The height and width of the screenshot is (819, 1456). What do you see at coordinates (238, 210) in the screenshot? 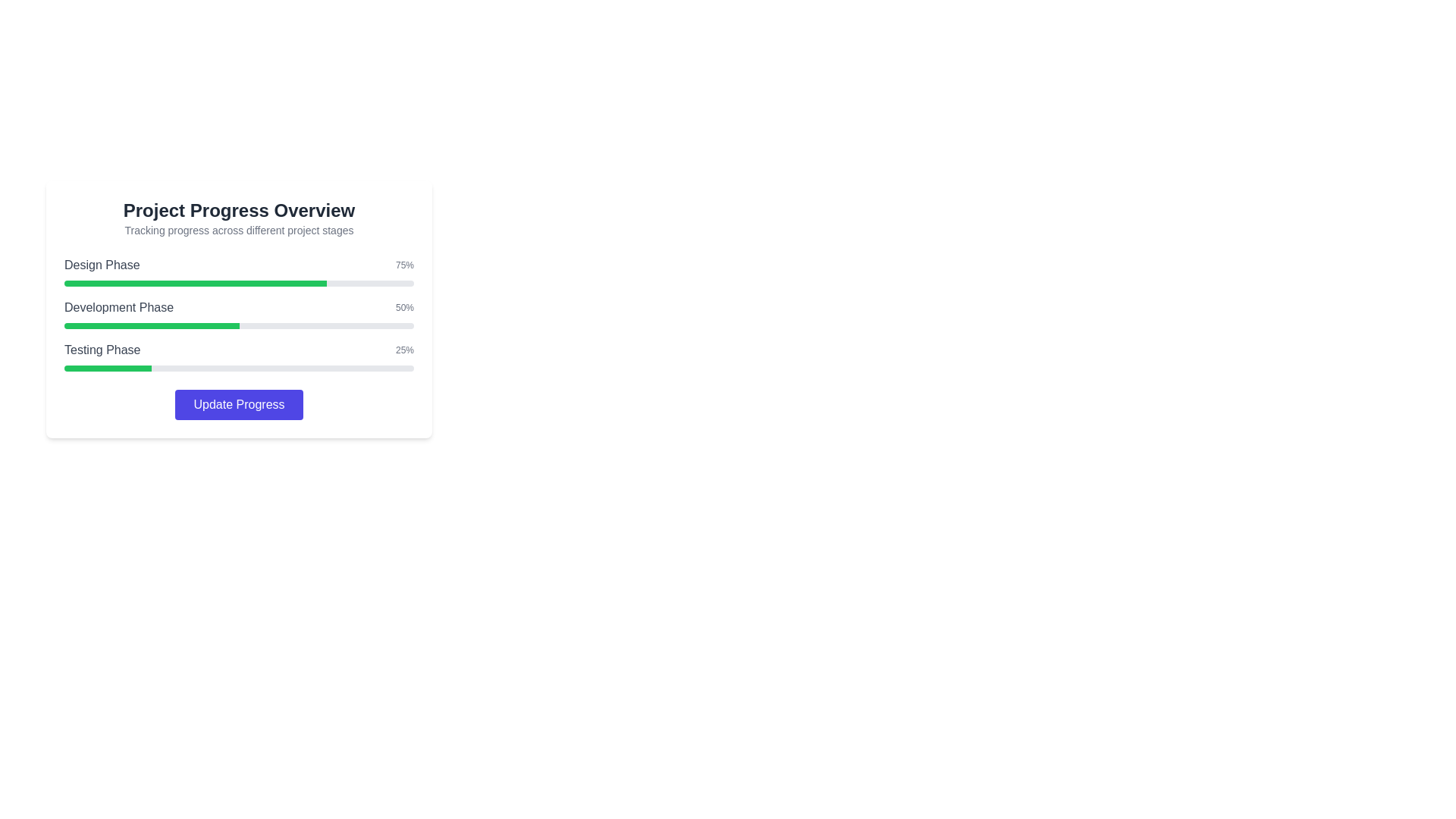
I see `the heading titled 'Project Progress Overview', which is displayed in a large, bold, dark gray font at the top of its card layout` at bounding box center [238, 210].